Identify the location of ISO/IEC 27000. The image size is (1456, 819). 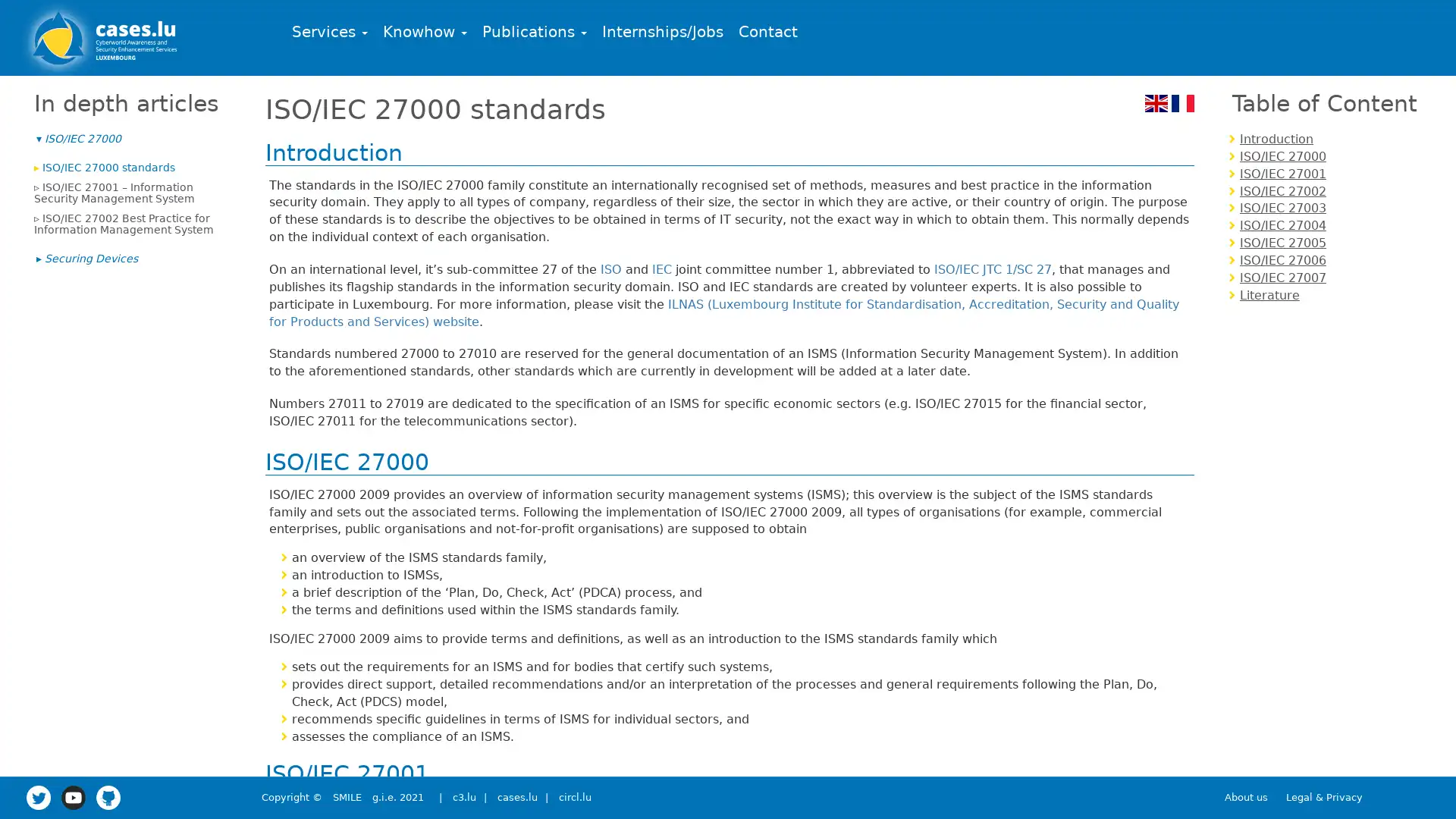
(130, 139).